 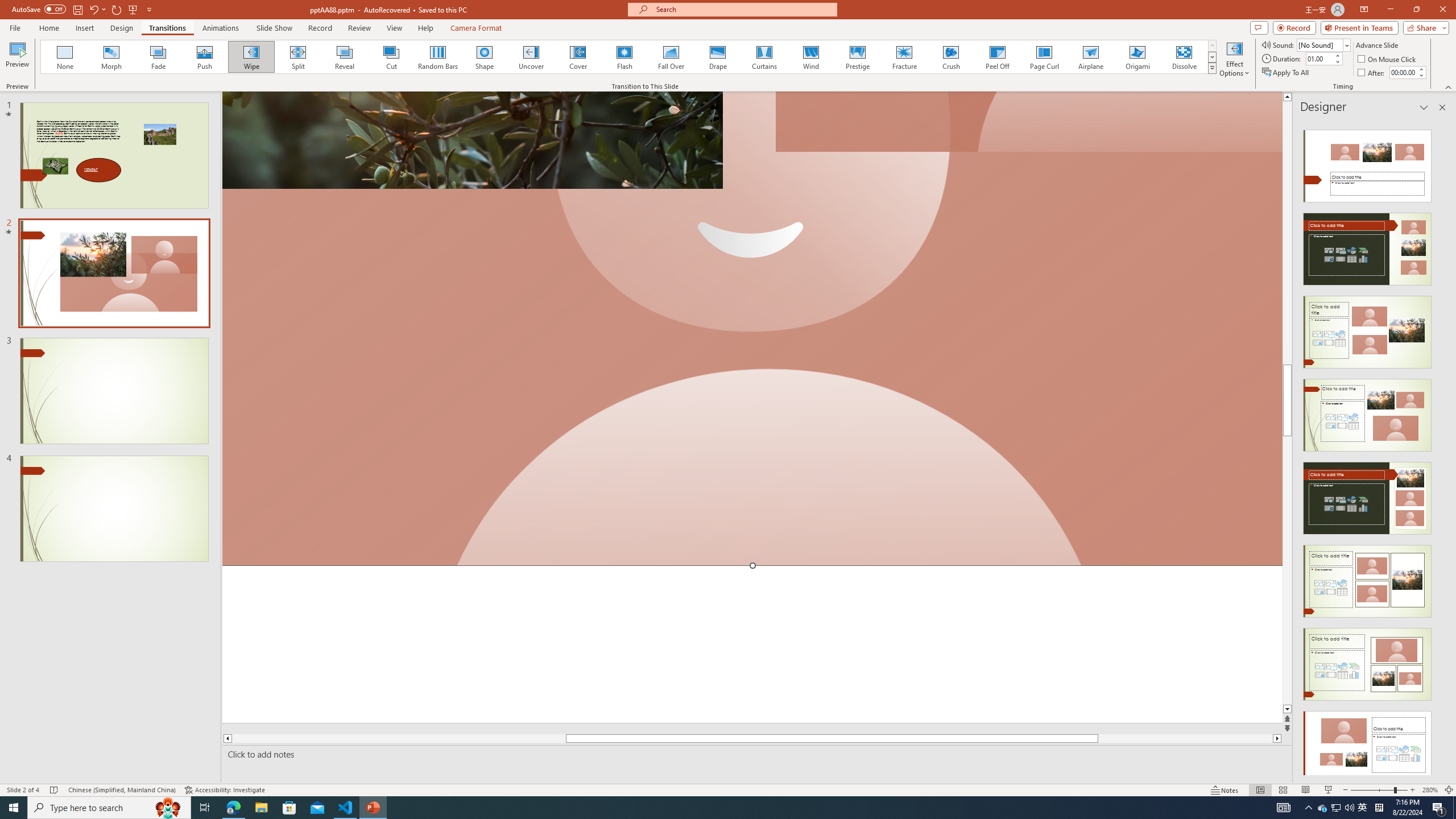 I want to click on 'Preview', so click(x=16, y=59).